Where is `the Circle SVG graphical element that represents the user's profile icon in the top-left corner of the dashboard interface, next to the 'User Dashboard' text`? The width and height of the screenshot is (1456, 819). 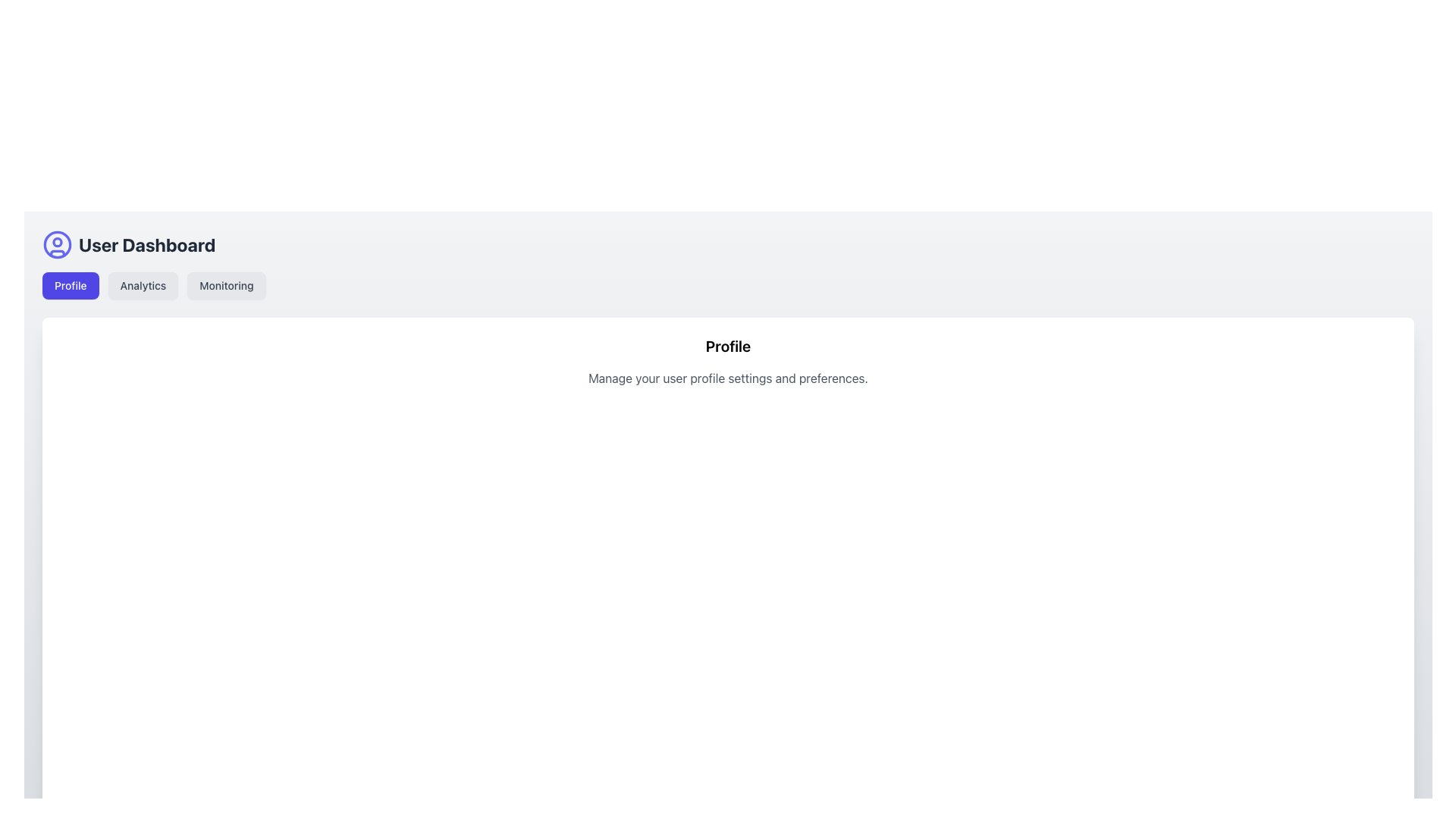 the Circle SVG graphical element that represents the user's profile icon in the top-left corner of the dashboard interface, next to the 'User Dashboard' text is located at coordinates (58, 241).